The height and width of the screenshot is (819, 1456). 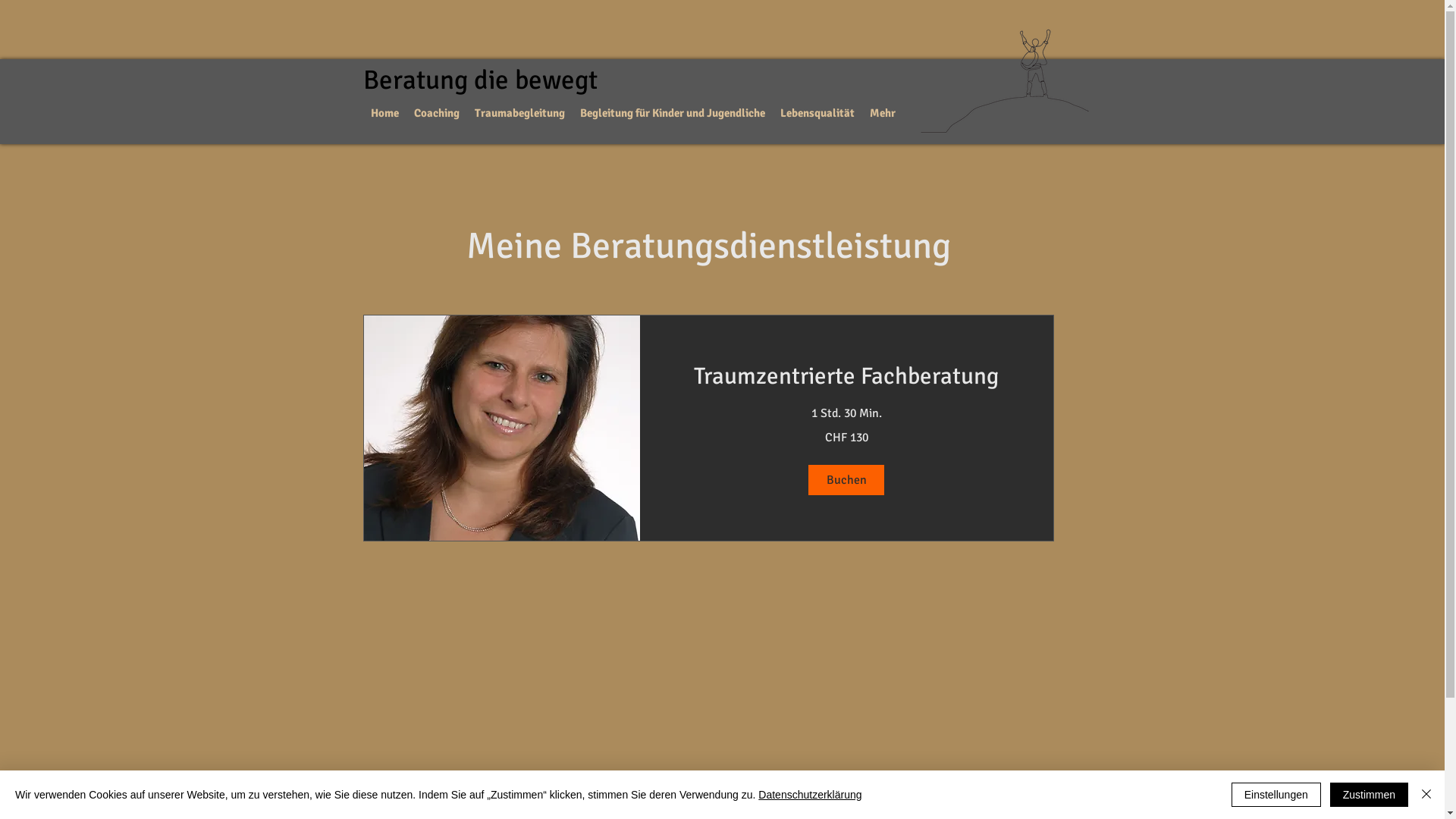 I want to click on 'Traumabegleitung', so click(x=519, y=112).